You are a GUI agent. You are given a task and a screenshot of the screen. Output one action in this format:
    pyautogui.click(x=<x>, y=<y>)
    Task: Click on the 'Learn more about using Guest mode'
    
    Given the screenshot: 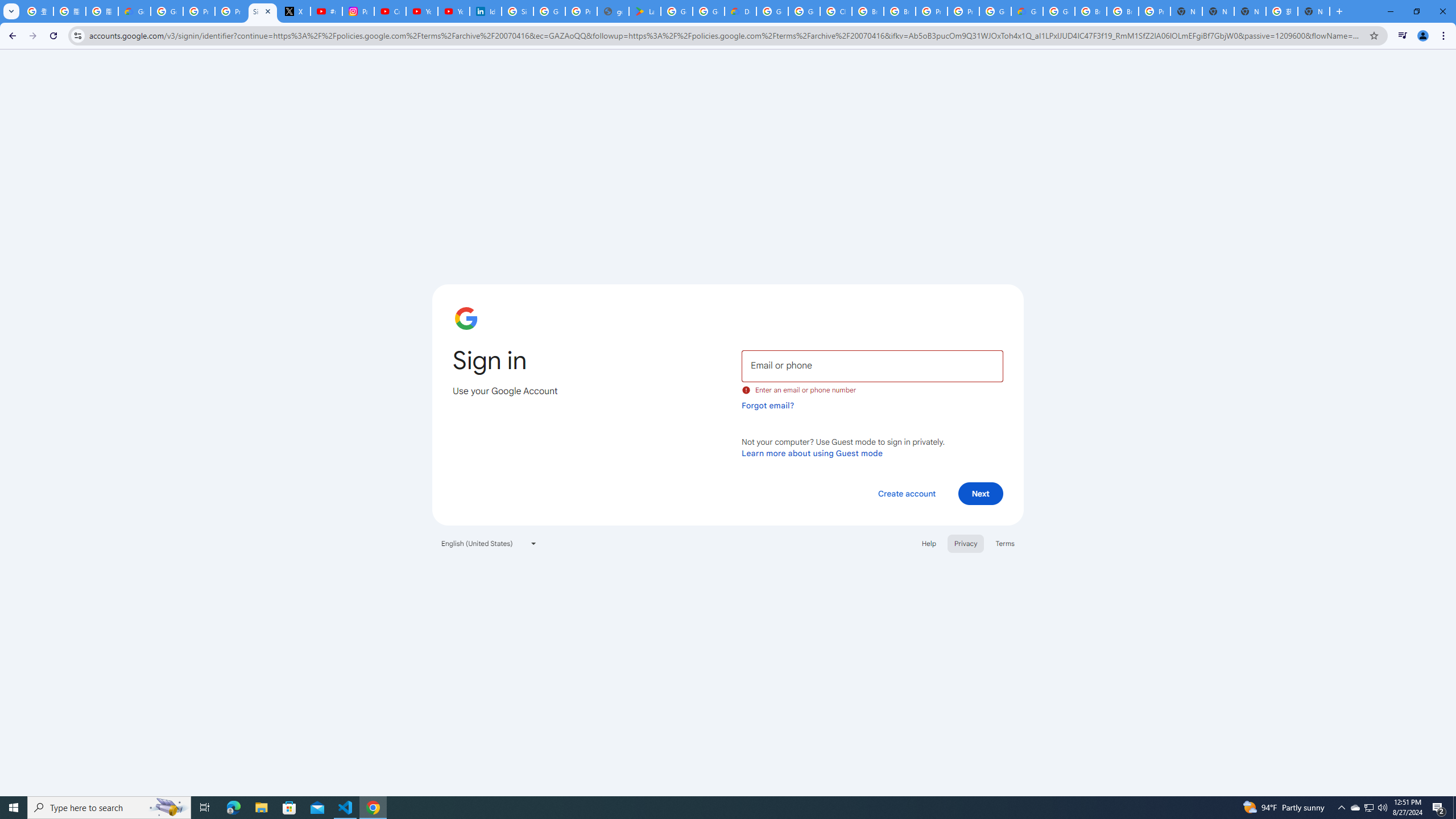 What is the action you would take?
    pyautogui.click(x=812, y=453)
    